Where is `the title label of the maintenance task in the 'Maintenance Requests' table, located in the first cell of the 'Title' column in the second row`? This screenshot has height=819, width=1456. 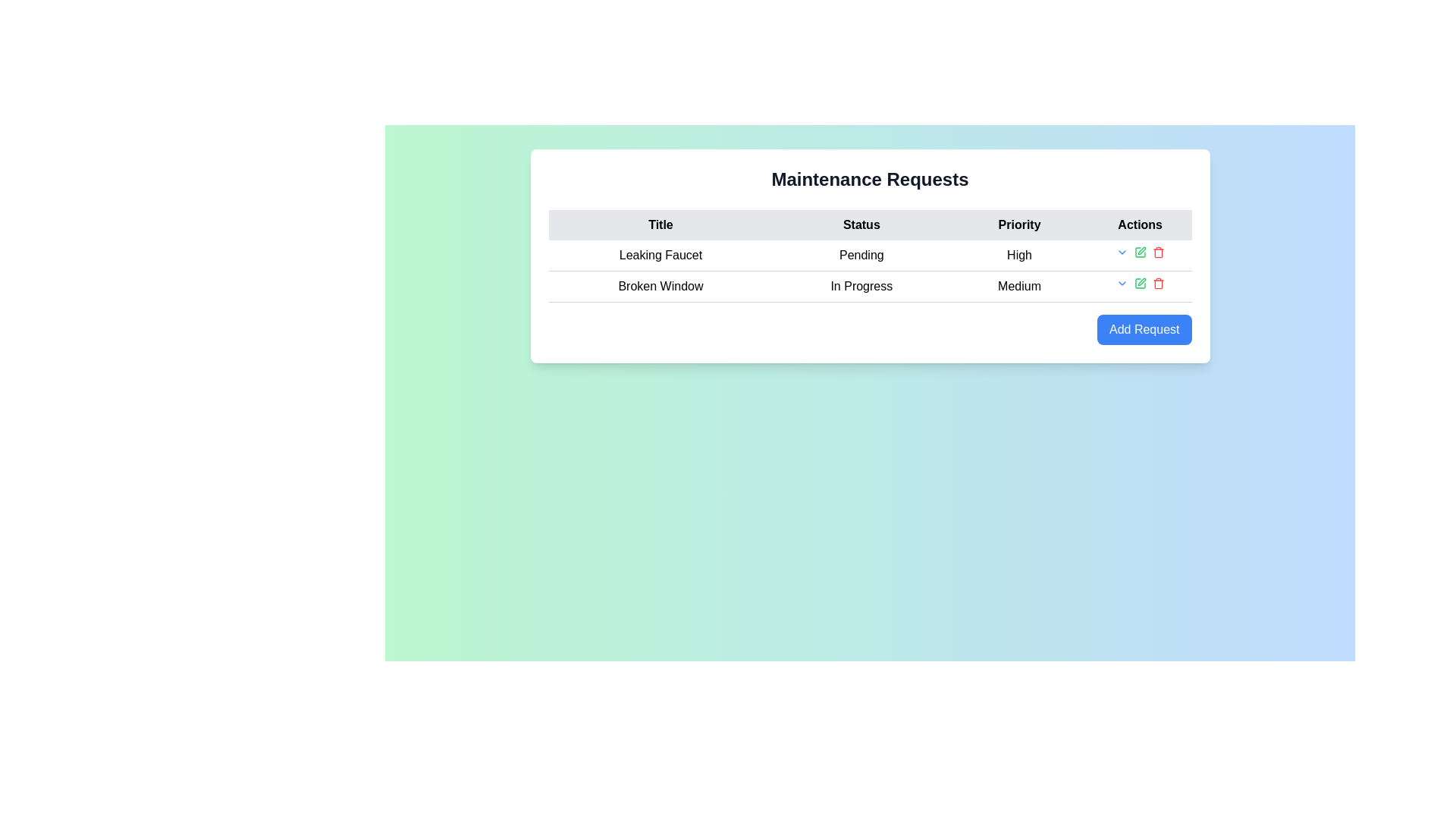 the title label of the maintenance task in the 'Maintenance Requests' table, located in the first cell of the 'Title' column in the second row is located at coordinates (661, 287).